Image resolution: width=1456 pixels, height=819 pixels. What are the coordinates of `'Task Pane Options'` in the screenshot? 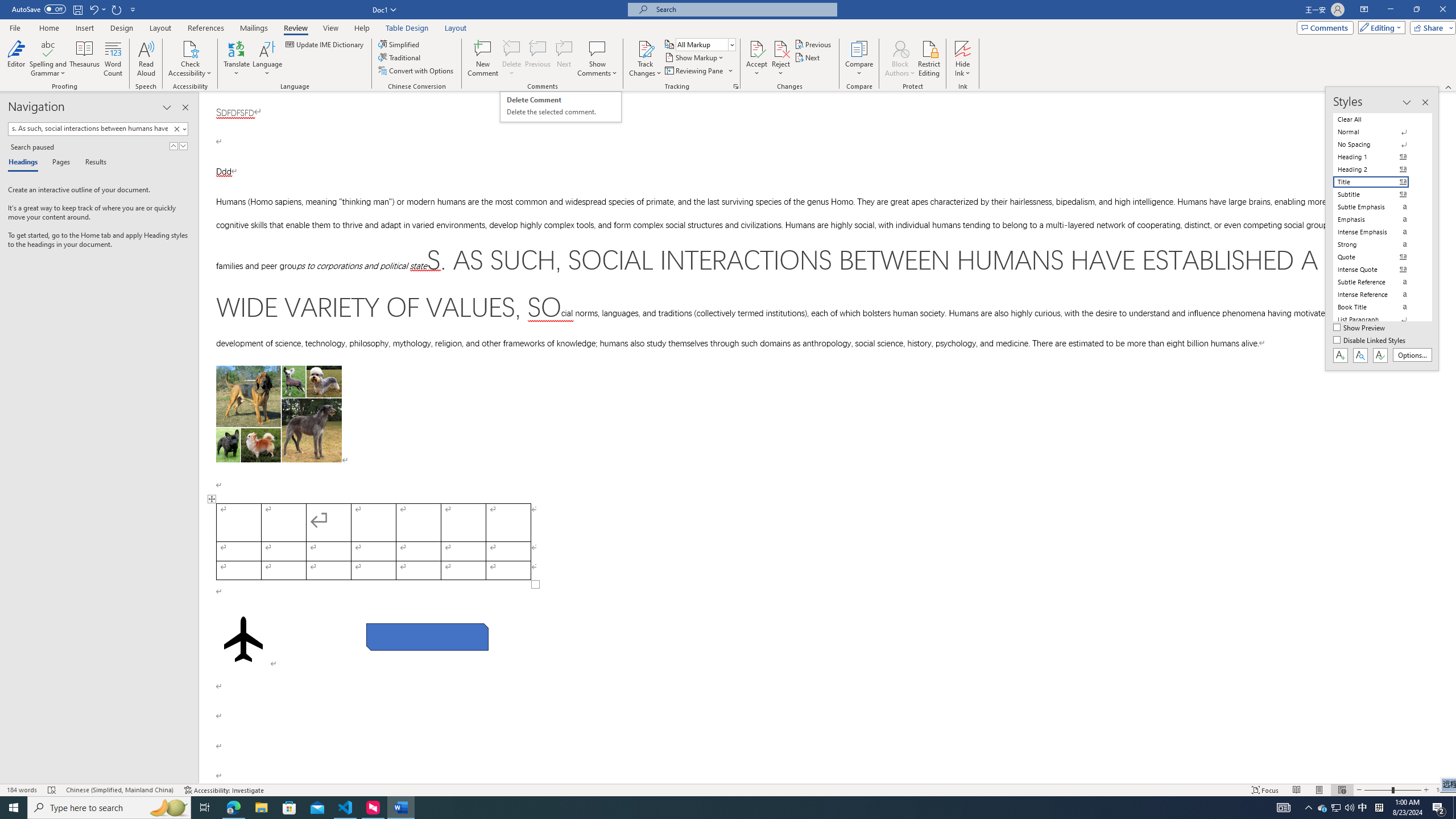 It's located at (167, 107).